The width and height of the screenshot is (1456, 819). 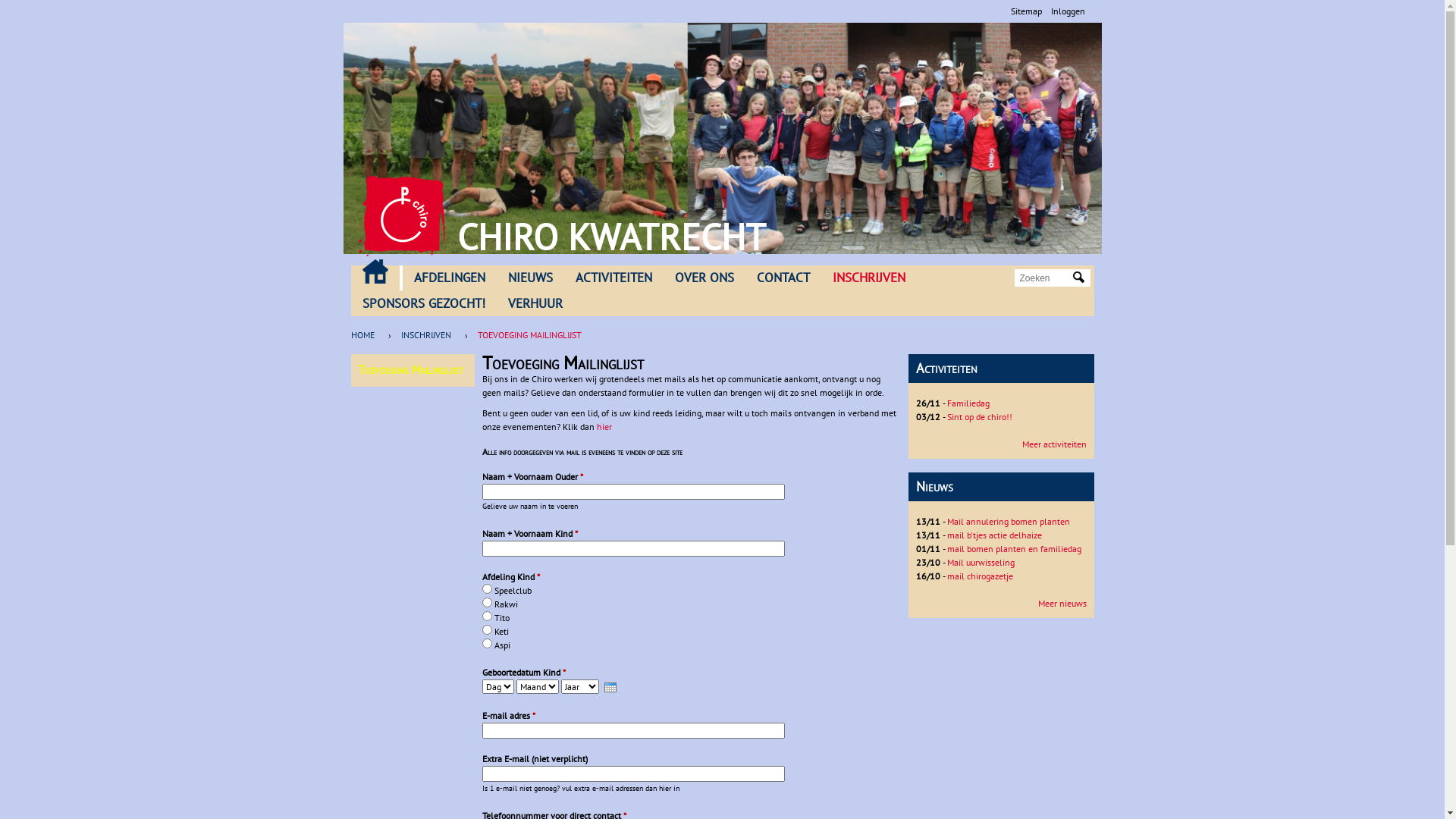 What do you see at coordinates (745, 278) in the screenshot?
I see `'CONTACT'` at bounding box center [745, 278].